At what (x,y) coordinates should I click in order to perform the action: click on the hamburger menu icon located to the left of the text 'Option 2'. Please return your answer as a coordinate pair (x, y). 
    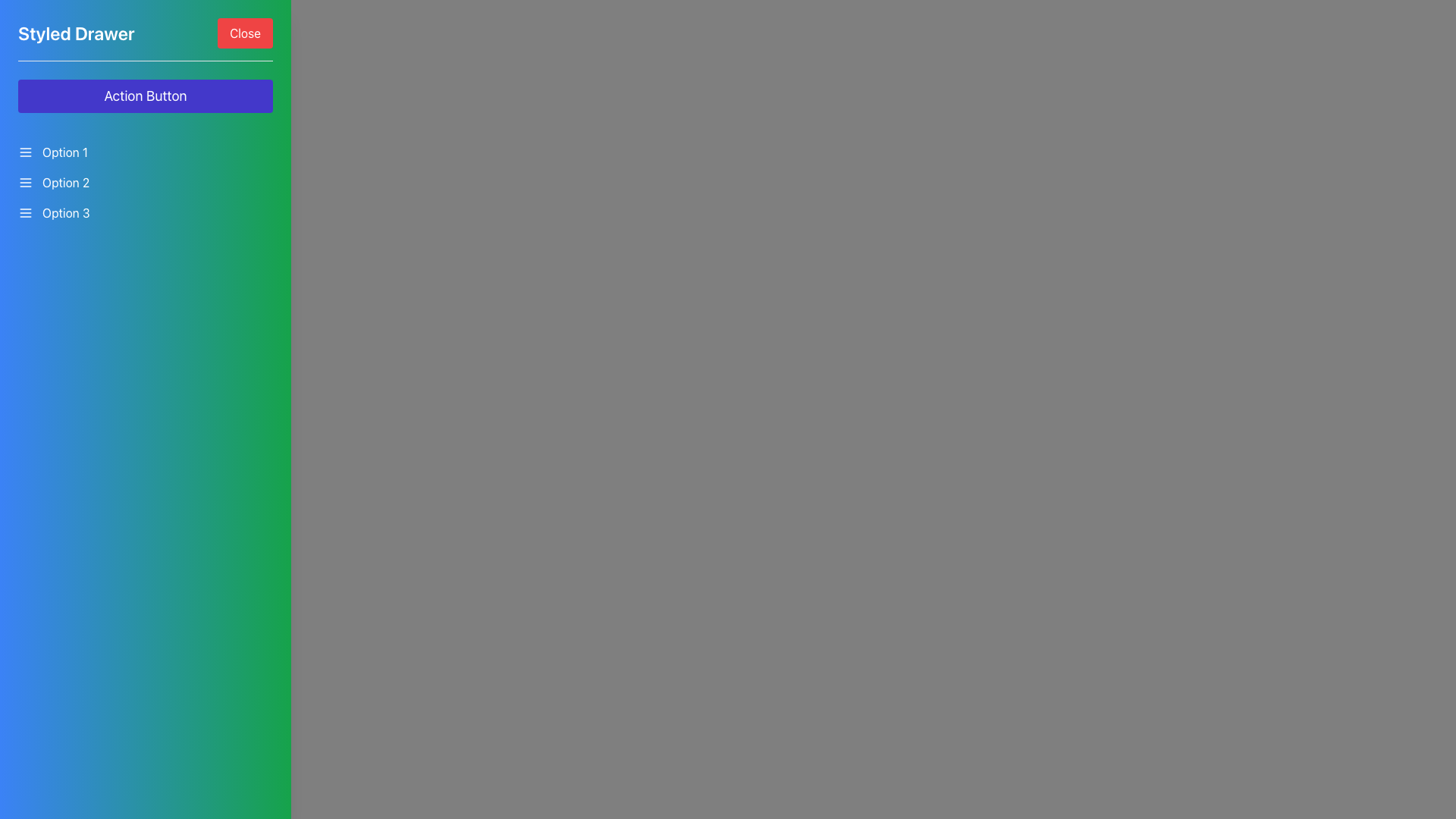
    Looking at the image, I should click on (25, 181).